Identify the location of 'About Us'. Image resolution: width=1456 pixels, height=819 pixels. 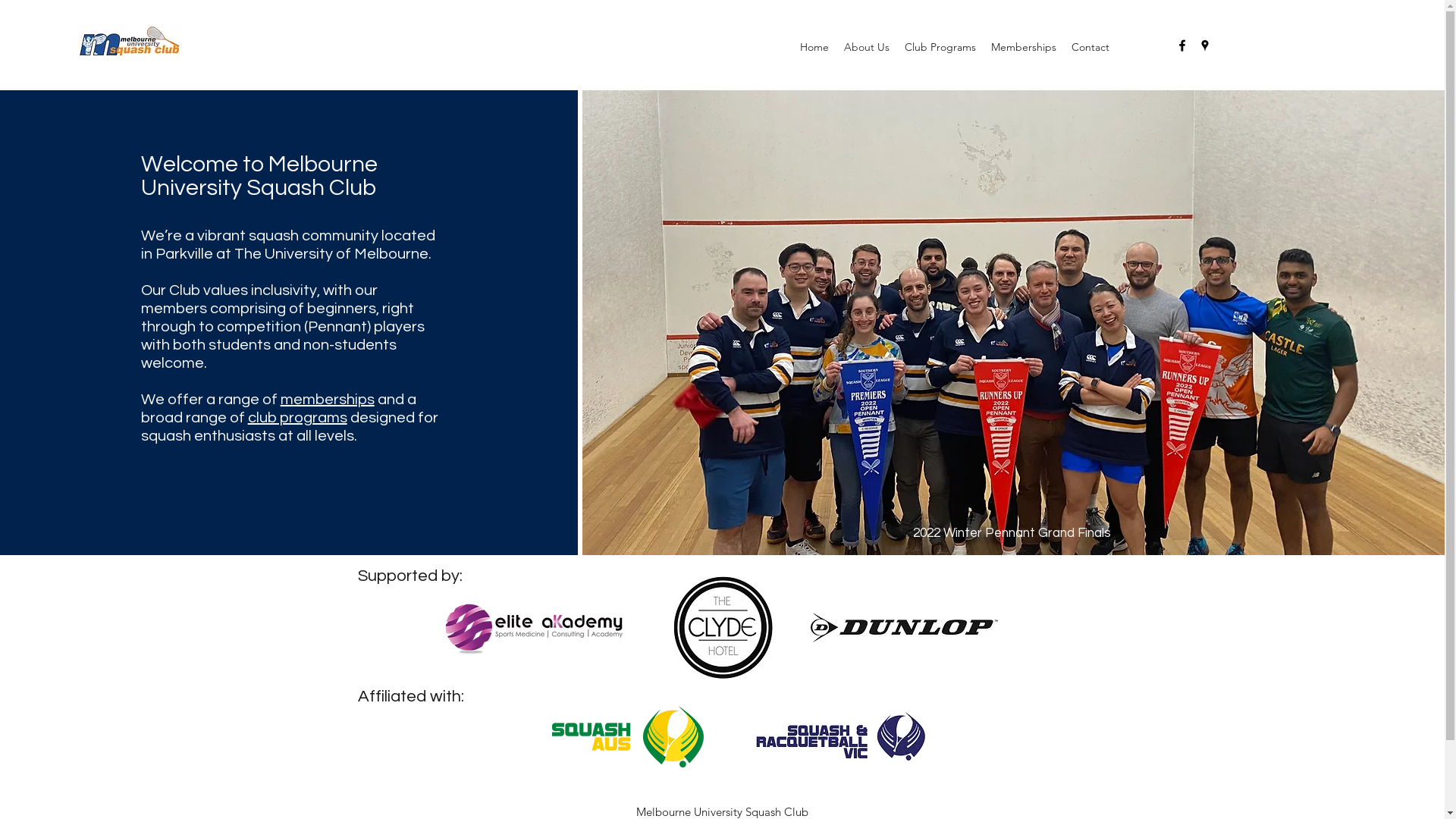
(836, 45).